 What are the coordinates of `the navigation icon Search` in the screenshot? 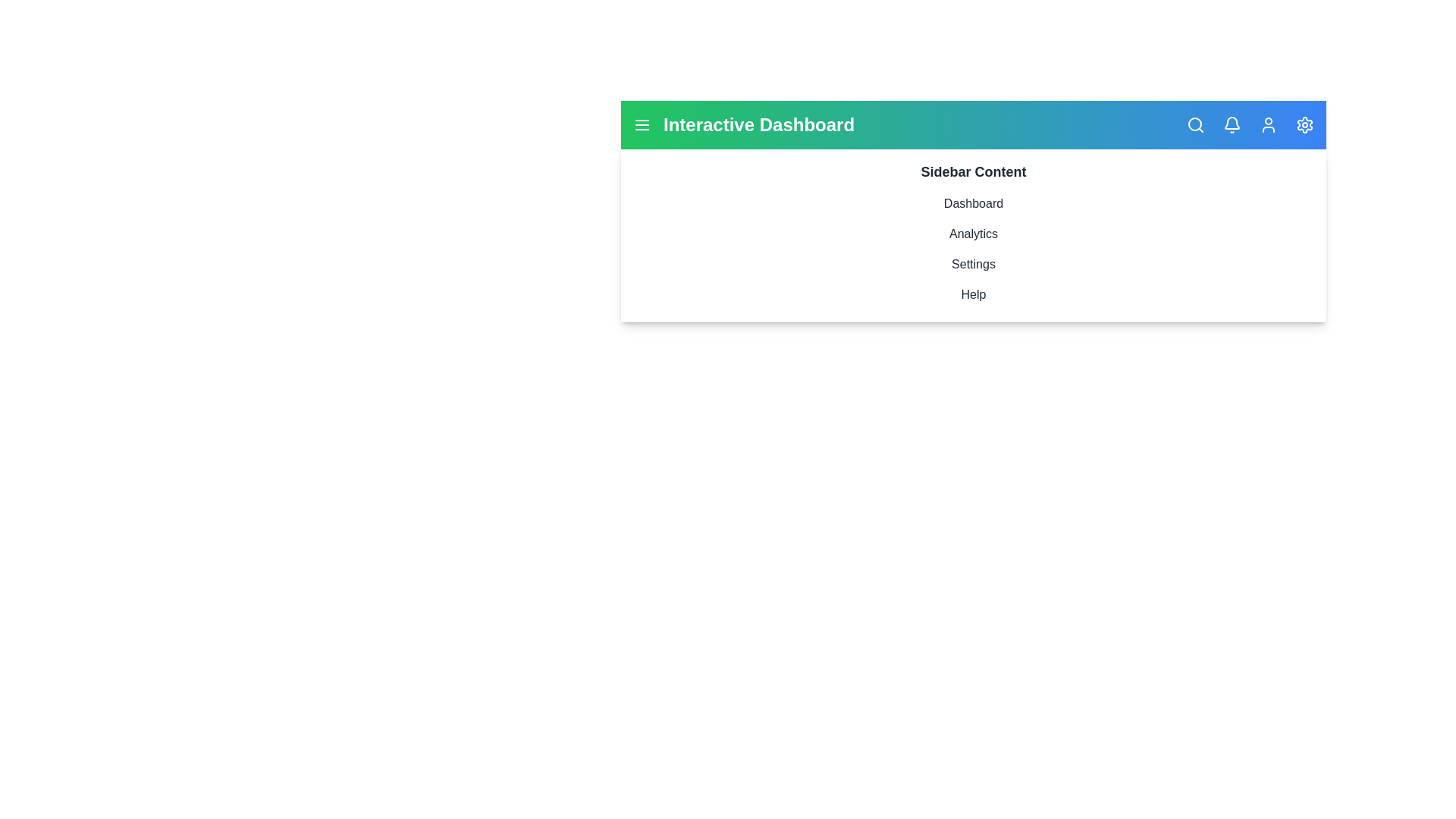 It's located at (1195, 124).